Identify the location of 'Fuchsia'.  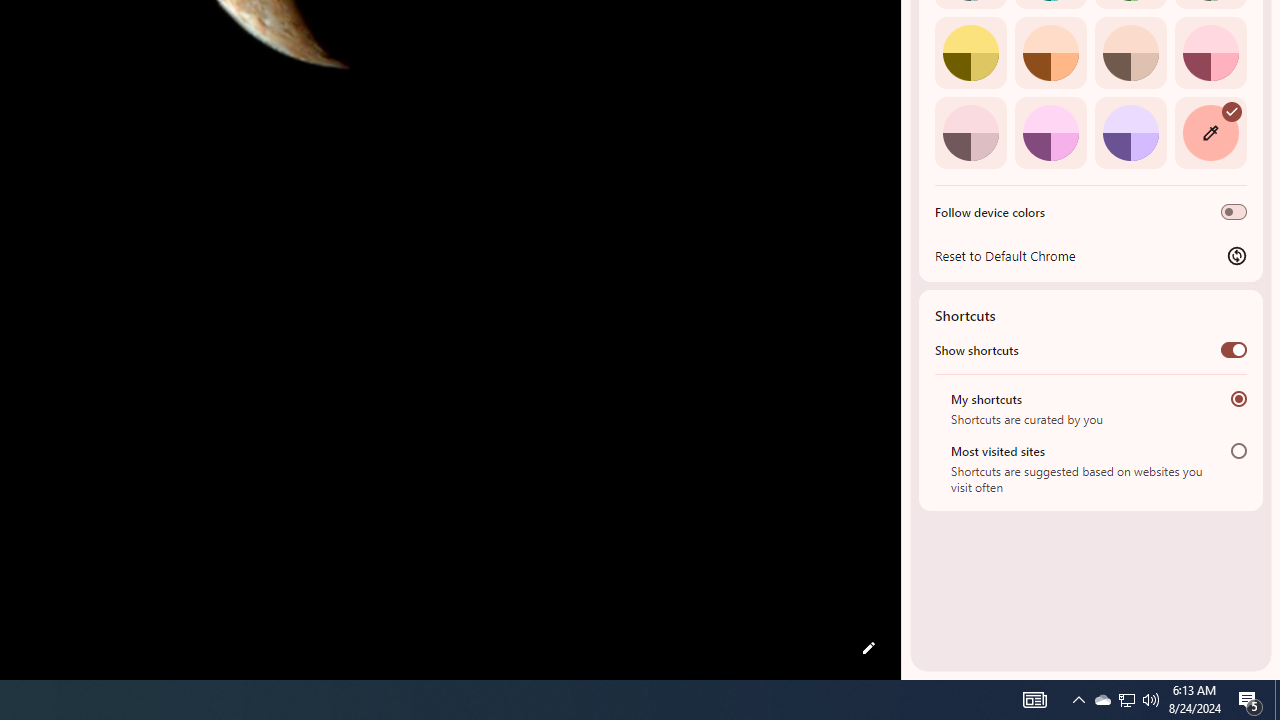
(1049, 132).